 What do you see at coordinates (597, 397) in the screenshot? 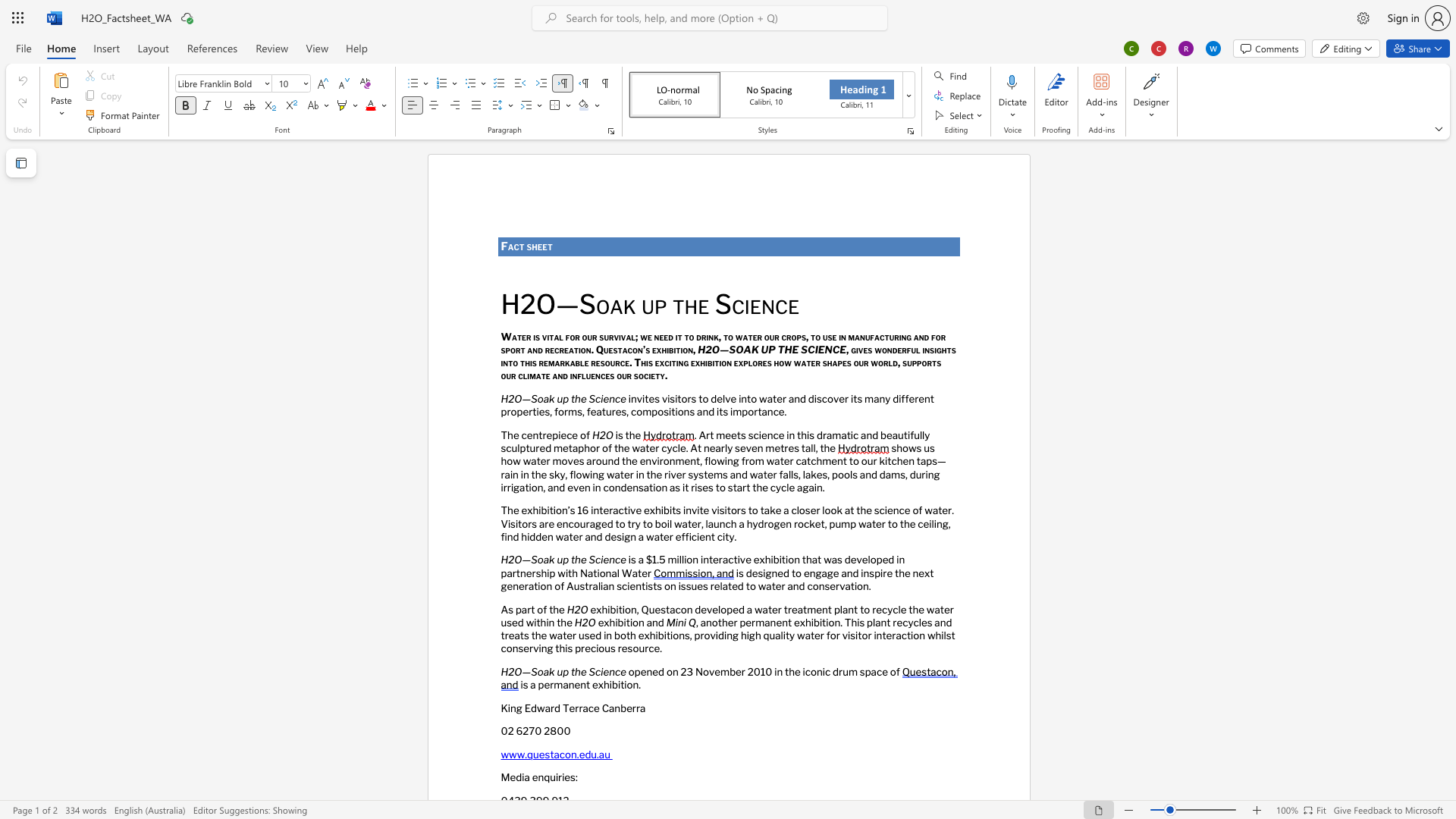
I see `the 1th character "c" in the text` at bounding box center [597, 397].